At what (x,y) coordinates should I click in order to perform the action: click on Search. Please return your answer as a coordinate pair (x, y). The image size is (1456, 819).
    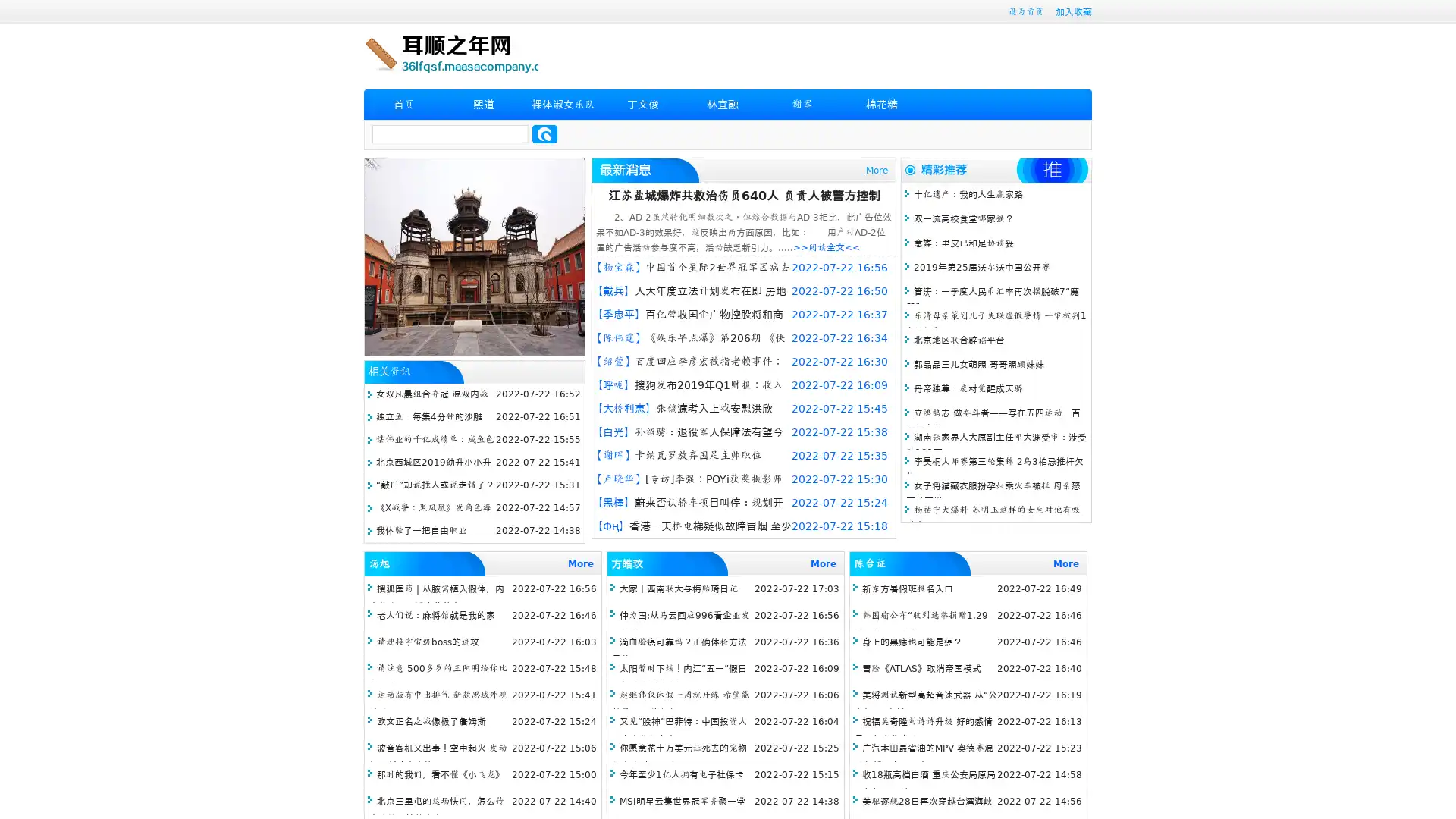
    Looking at the image, I should click on (544, 133).